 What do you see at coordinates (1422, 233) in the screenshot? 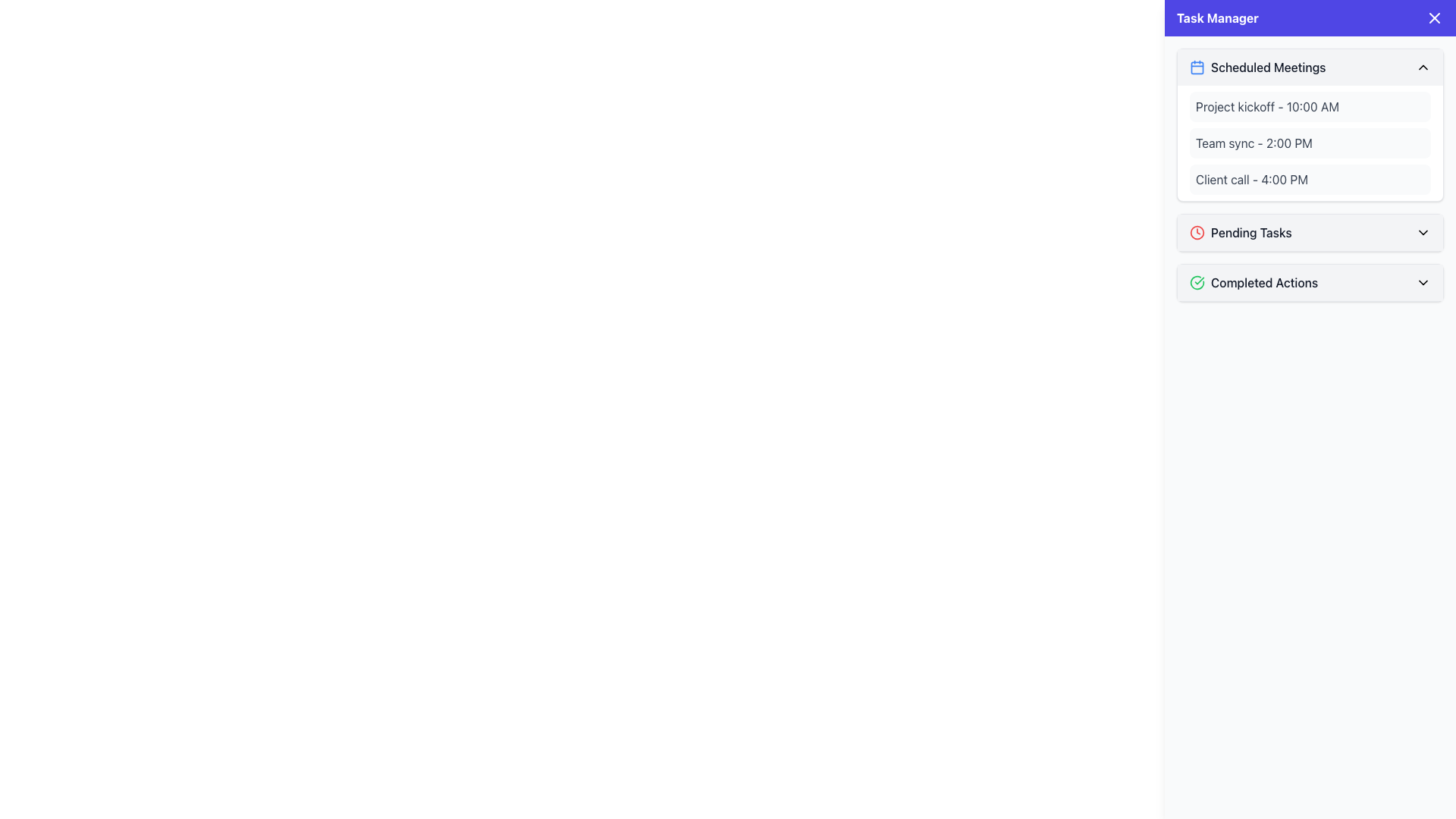
I see `the downward-pointing chevron icon adjacent to the 'Pending Tasks' label` at bounding box center [1422, 233].